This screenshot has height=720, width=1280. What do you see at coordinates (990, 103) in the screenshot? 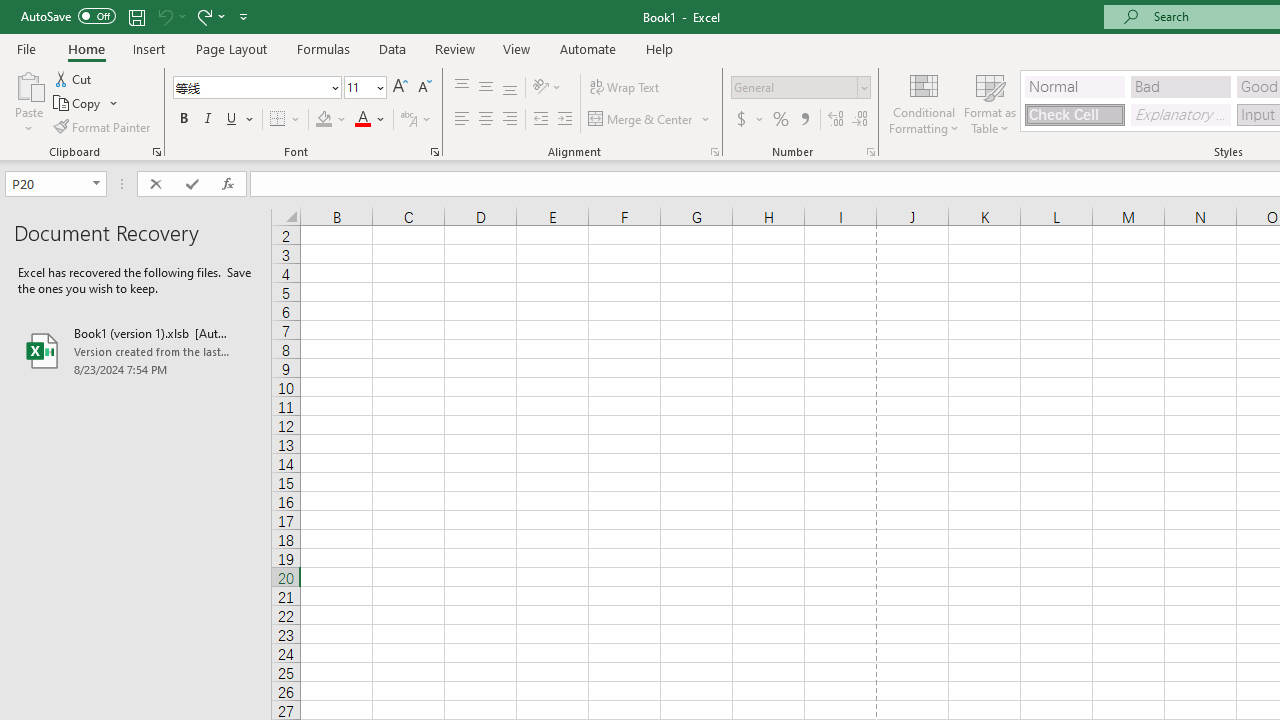
I see `'Format as Table'` at bounding box center [990, 103].